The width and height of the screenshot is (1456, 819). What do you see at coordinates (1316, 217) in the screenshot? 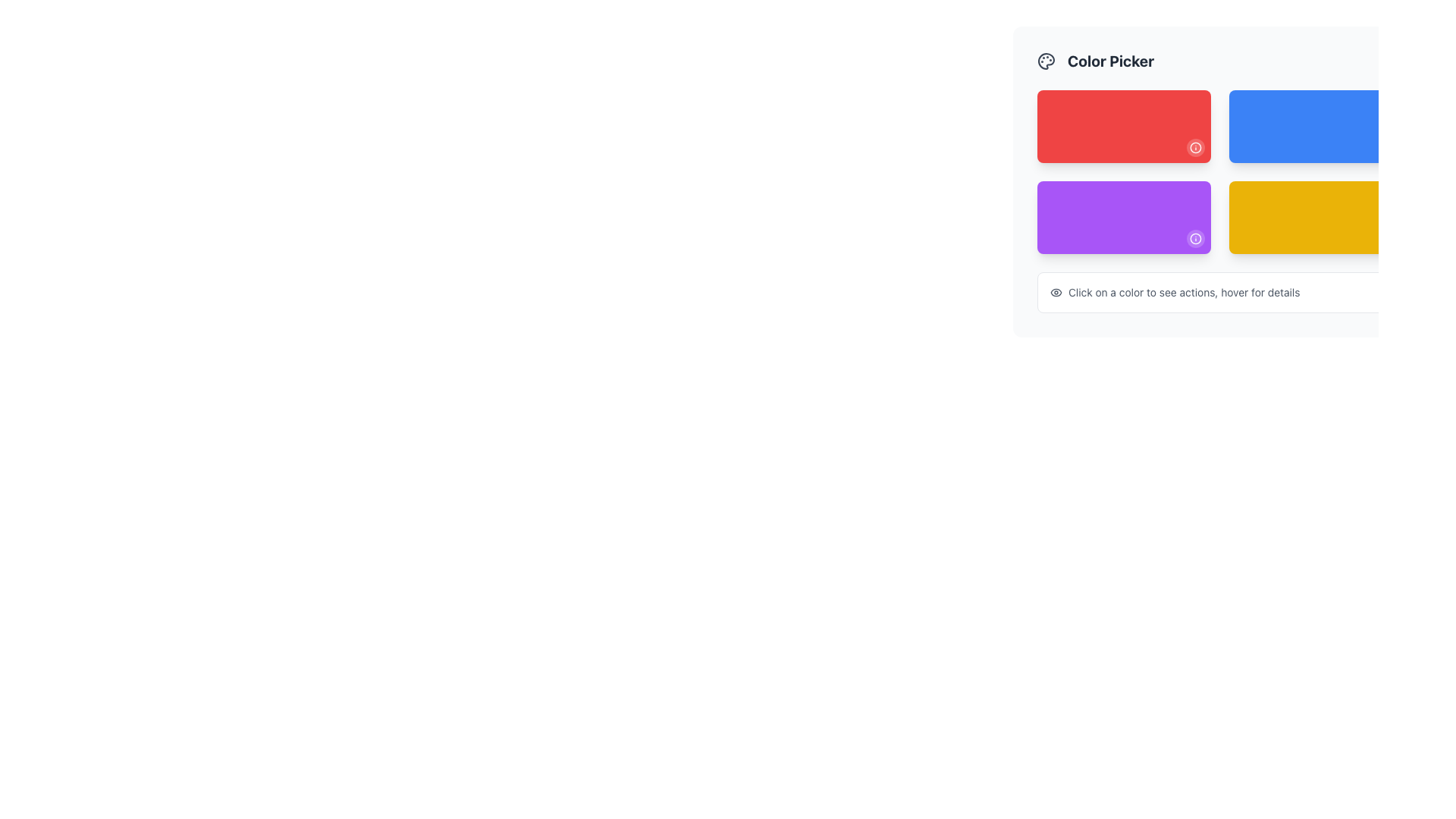
I see `the button-like rectangle for color selection representing yellow` at bounding box center [1316, 217].